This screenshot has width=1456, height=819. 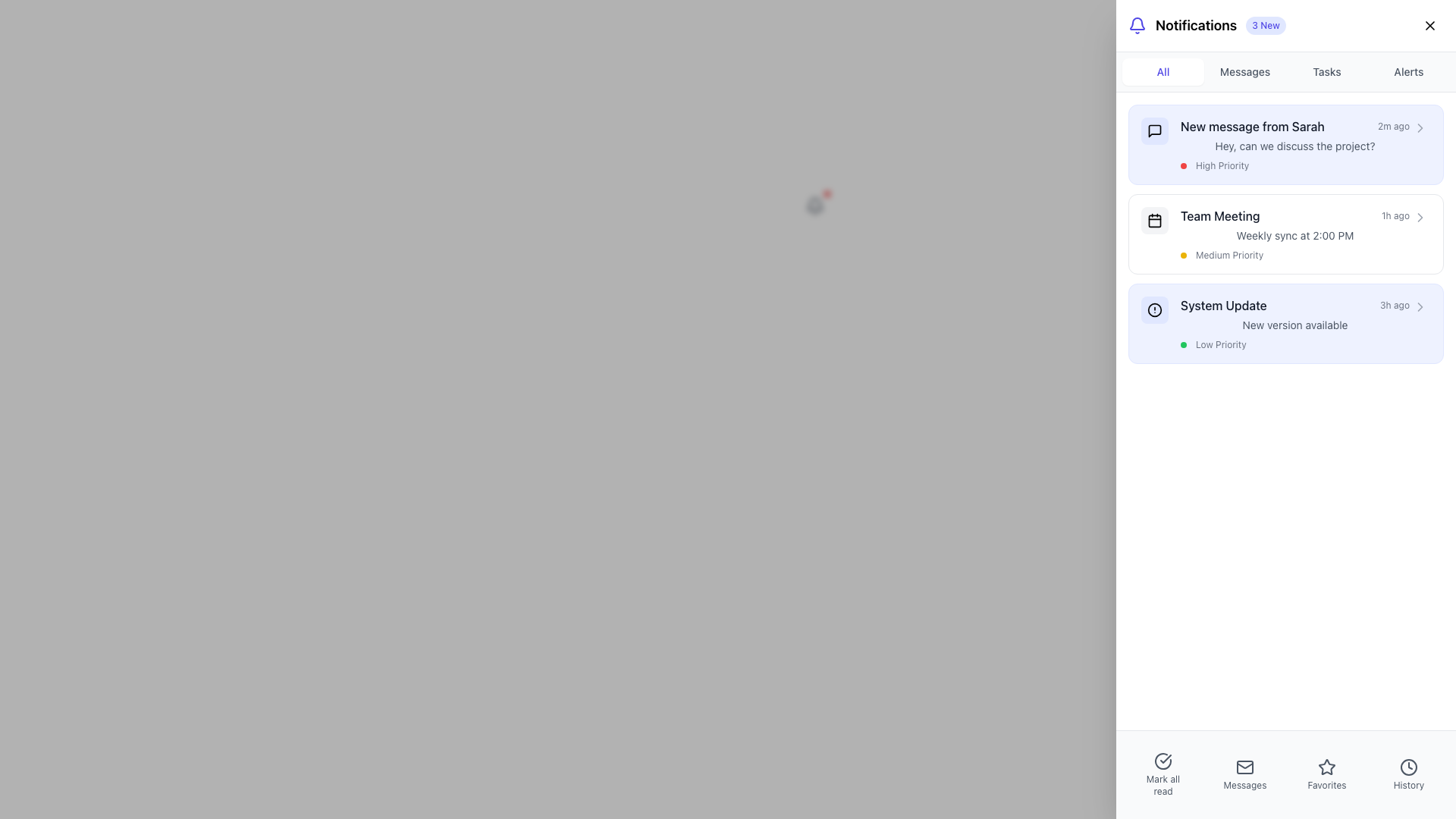 What do you see at coordinates (1223, 305) in the screenshot?
I see `the 'System Update' text label, which is styled with medium weight font and dark gray color, positioned in the third position of a vertical list of notifications under the 'Team Meeting' notification` at bounding box center [1223, 305].